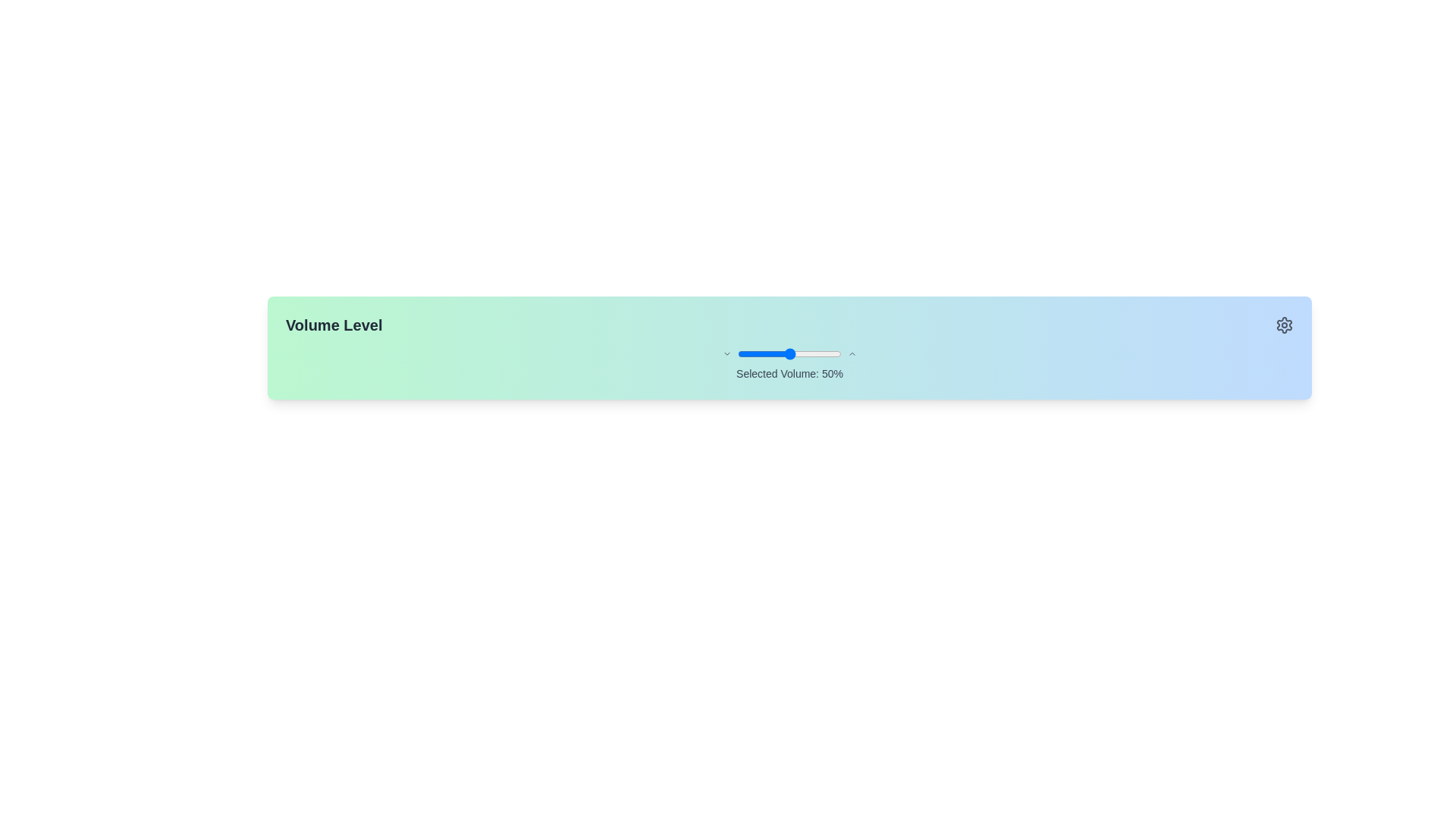 This screenshot has height=819, width=1456. Describe the element at coordinates (789, 374) in the screenshot. I see `the text label displaying 'Selected Volume: 50%' which is located below the slider control in the center of the layout` at that location.